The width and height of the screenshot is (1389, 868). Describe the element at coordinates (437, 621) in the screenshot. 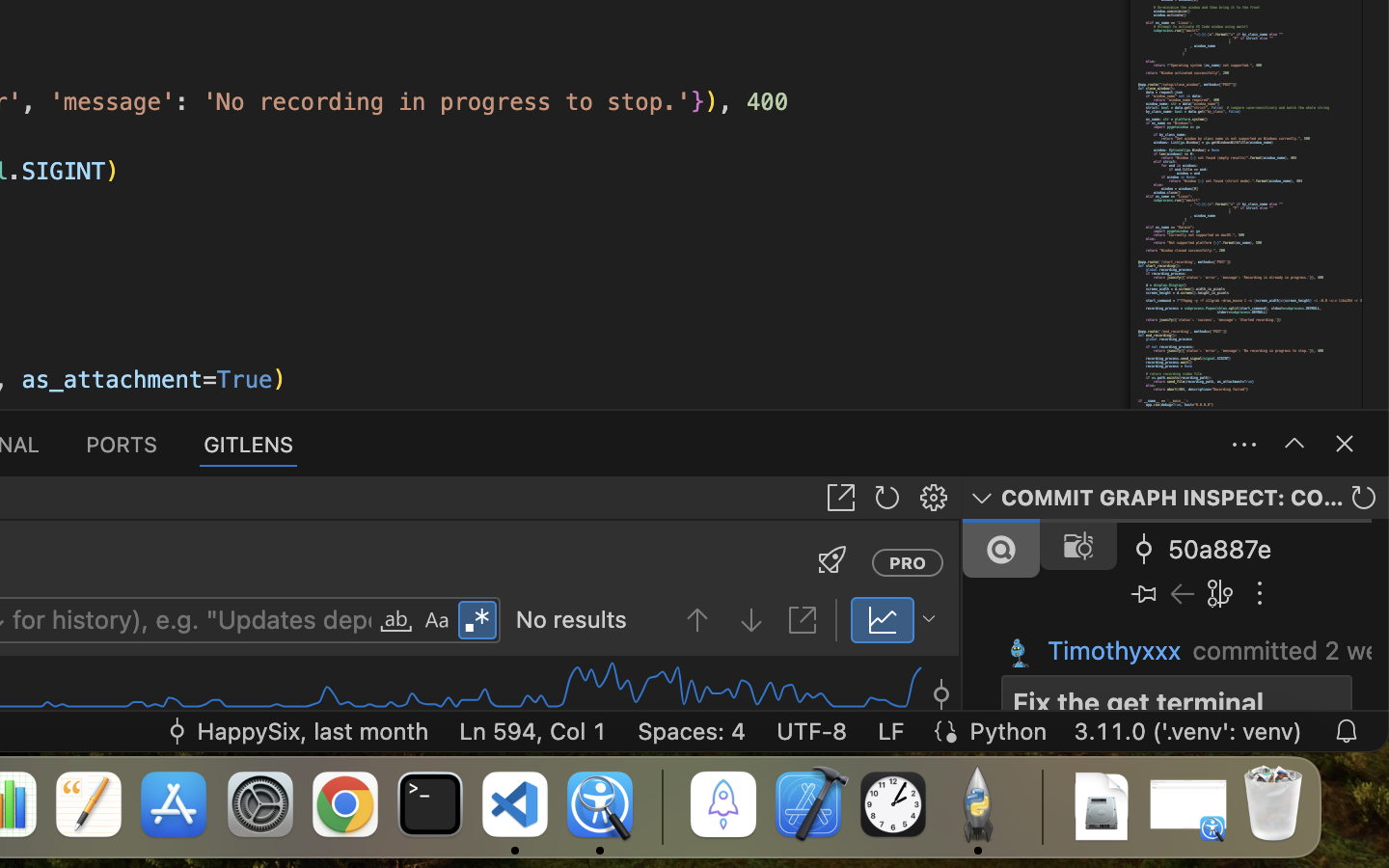

I see `''` at that location.